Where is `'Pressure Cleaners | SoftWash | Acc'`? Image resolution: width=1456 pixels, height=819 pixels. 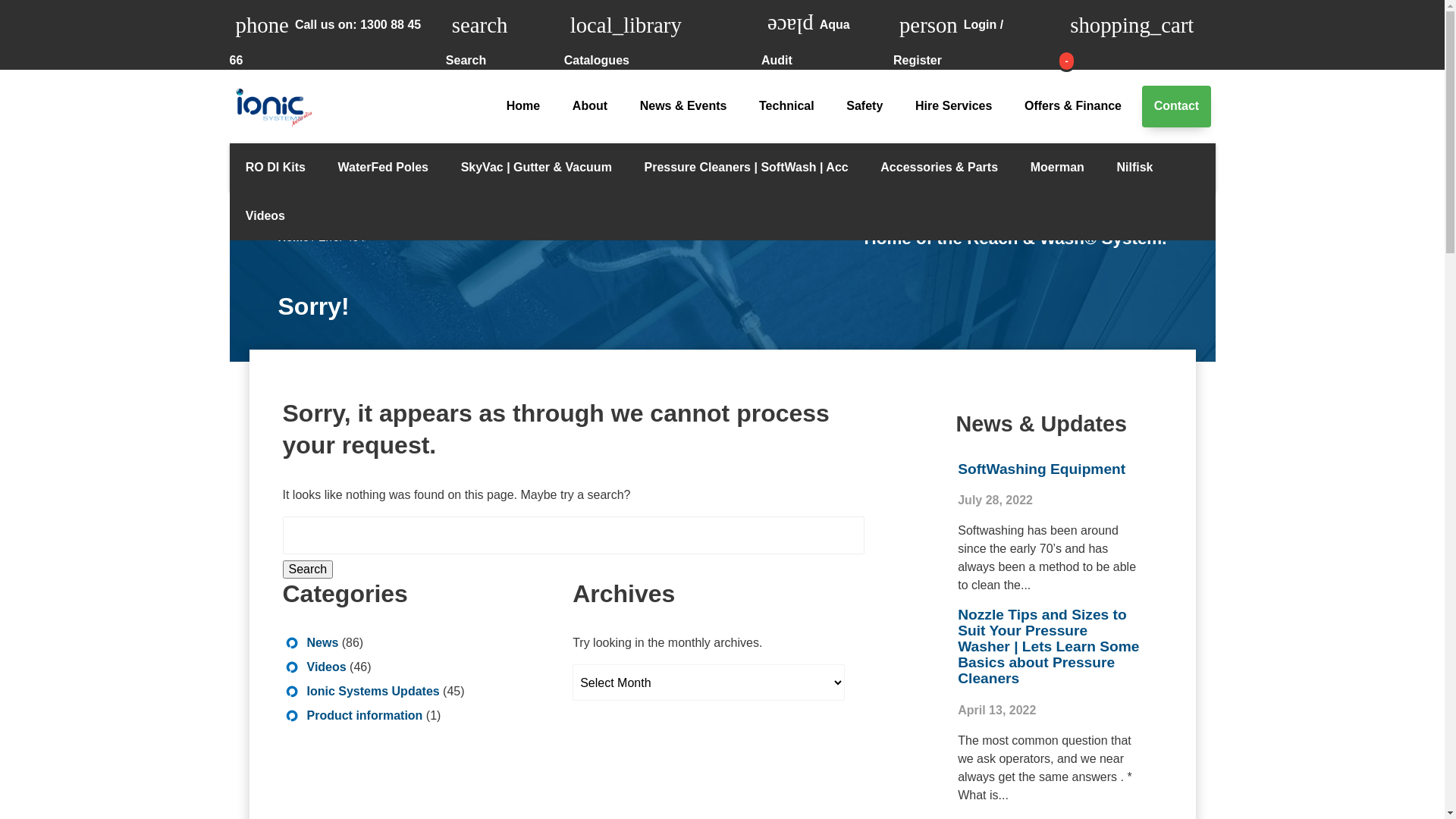 'Pressure Cleaners | SoftWash | Acc' is located at coordinates (745, 167).